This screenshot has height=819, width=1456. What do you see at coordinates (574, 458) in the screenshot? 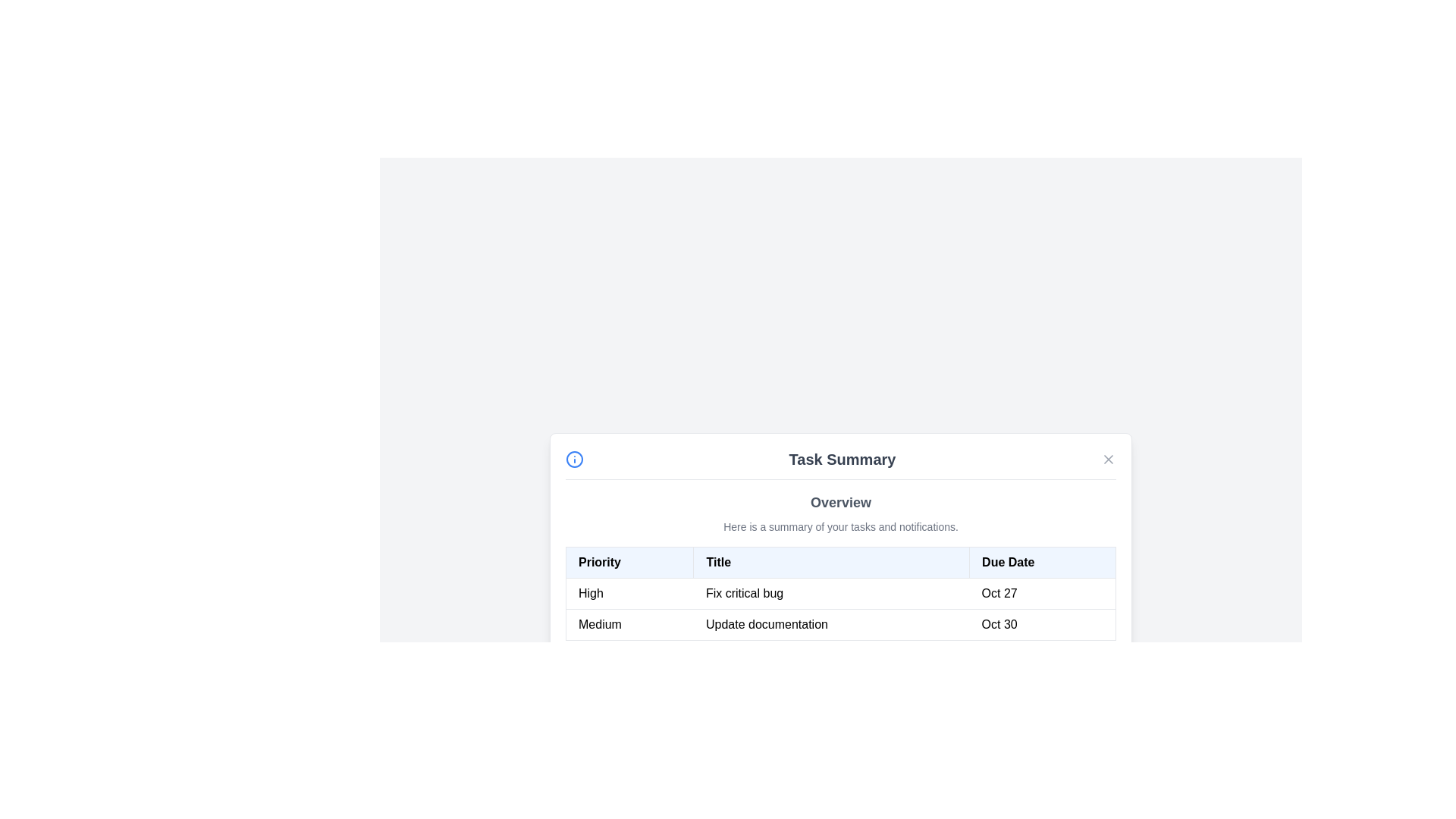
I see `the Circle element in the SVG graphic, which serves as a visual cue within the popup window left of the 'Task Summary' title` at bounding box center [574, 458].